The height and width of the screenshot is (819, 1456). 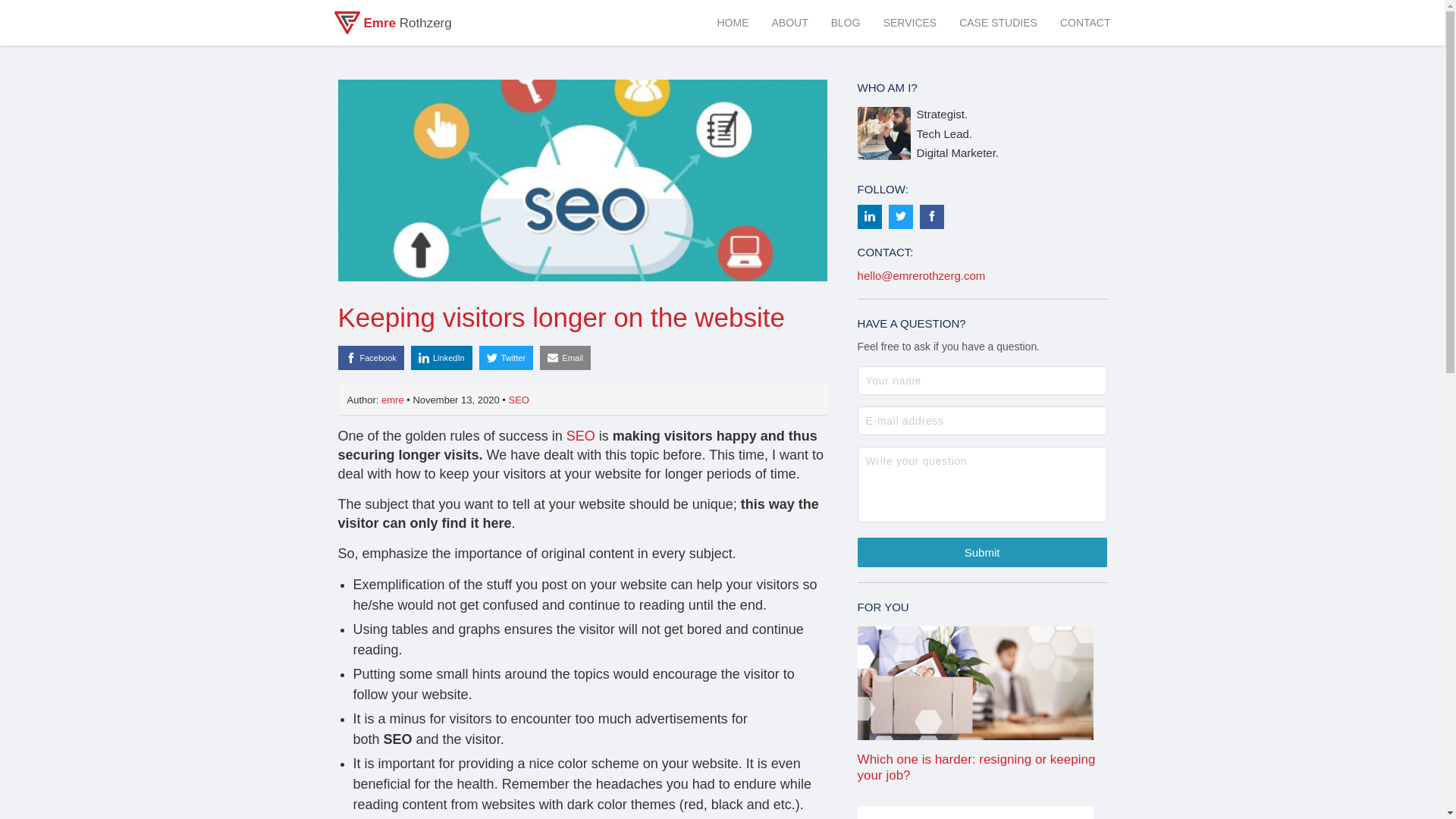 I want to click on 'Email', so click(x=564, y=357).